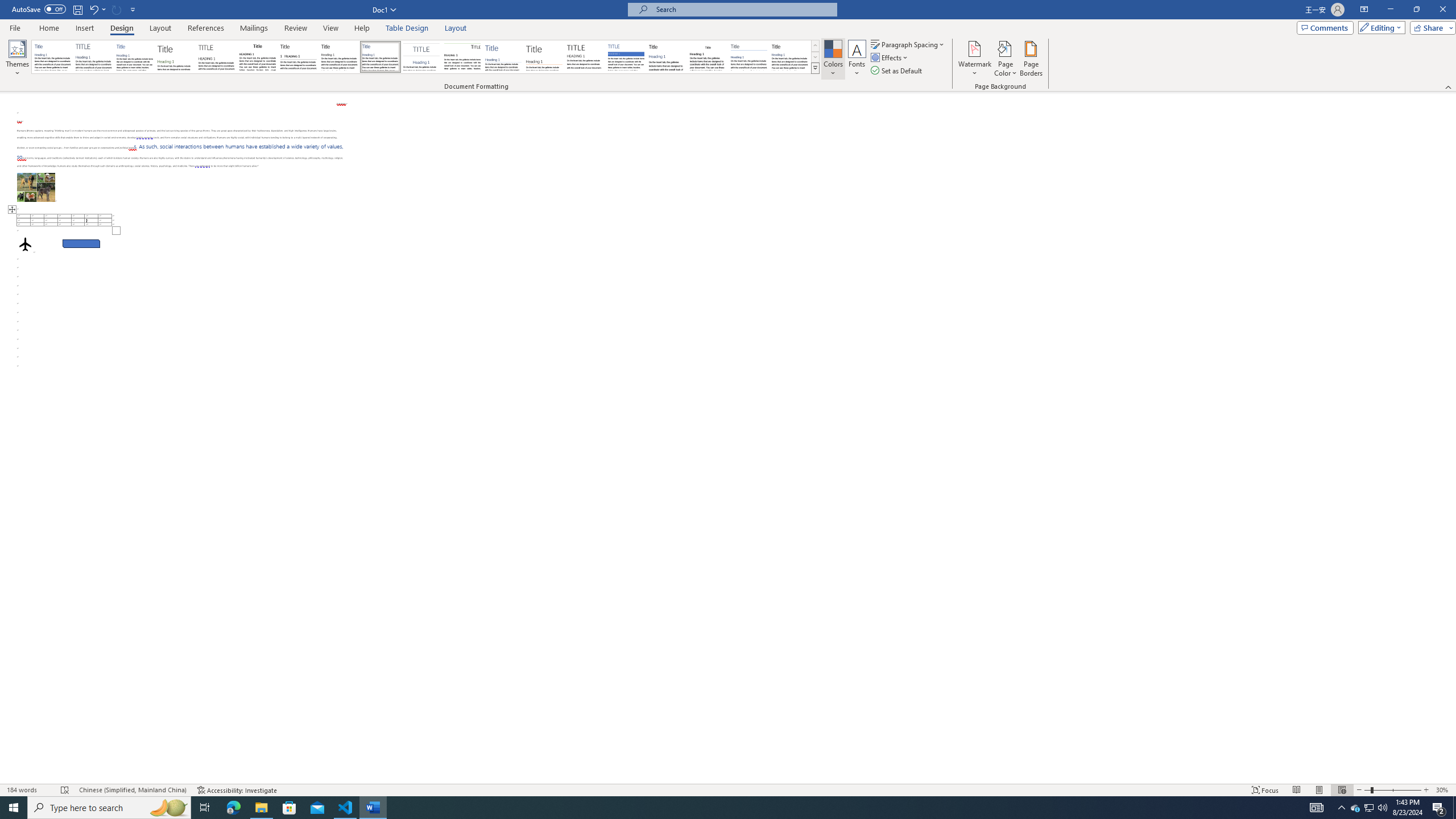  Describe the element at coordinates (16, 59) in the screenshot. I see `'Themes'` at that location.